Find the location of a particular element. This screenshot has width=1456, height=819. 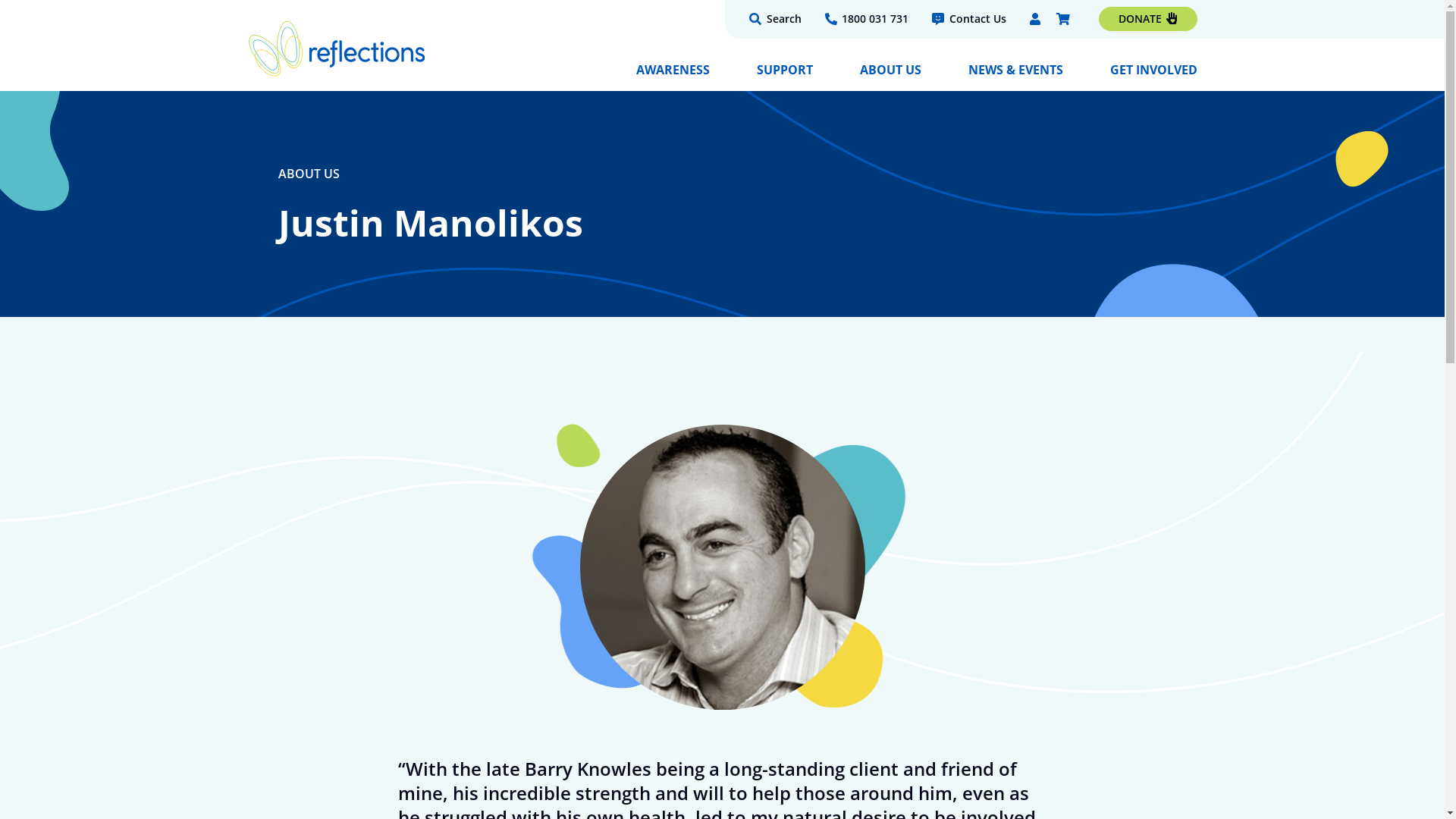

'DONATE' is located at coordinates (1147, 18).